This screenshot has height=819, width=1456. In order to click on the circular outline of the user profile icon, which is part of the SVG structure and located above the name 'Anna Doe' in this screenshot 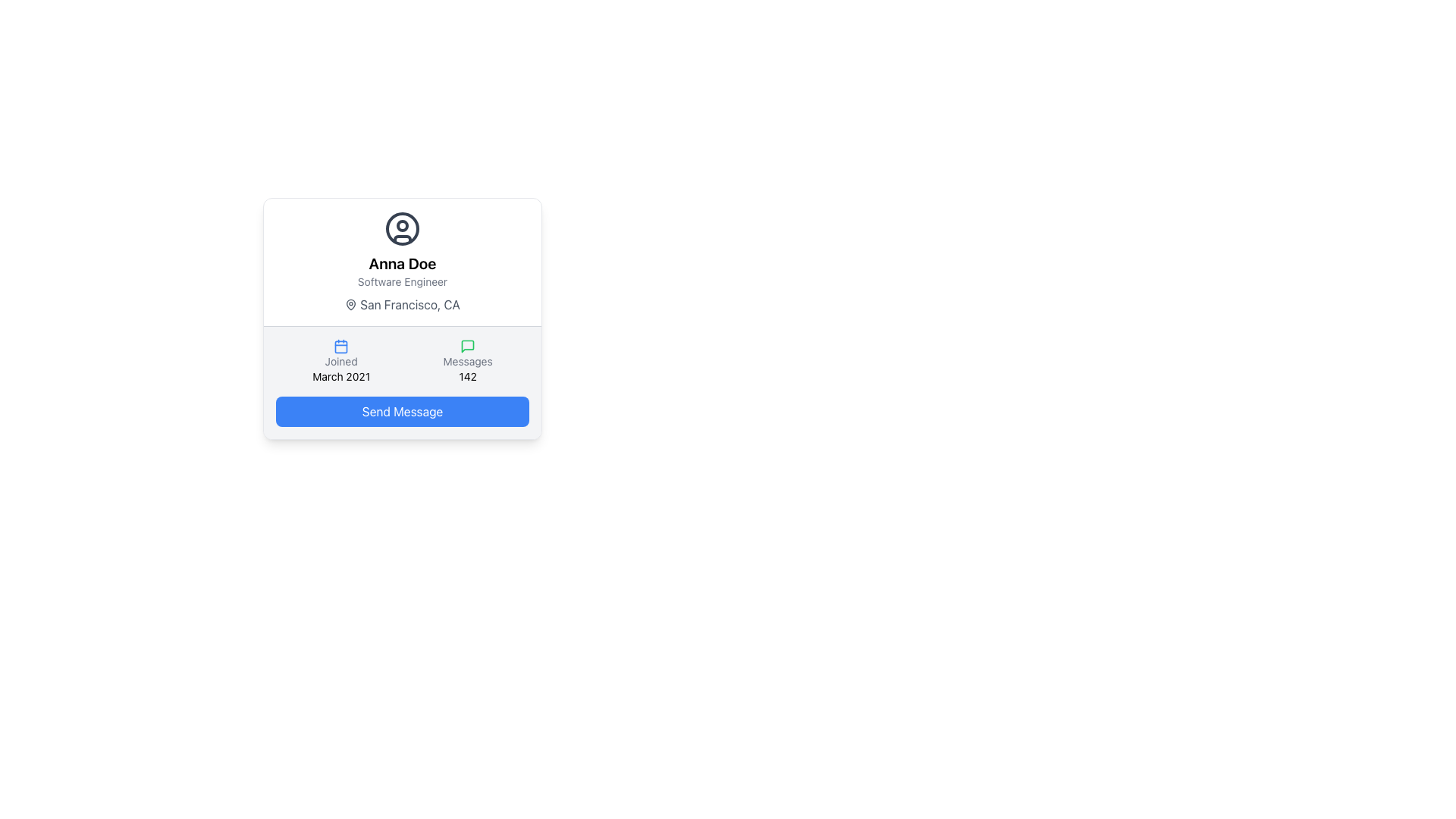, I will do `click(403, 228)`.